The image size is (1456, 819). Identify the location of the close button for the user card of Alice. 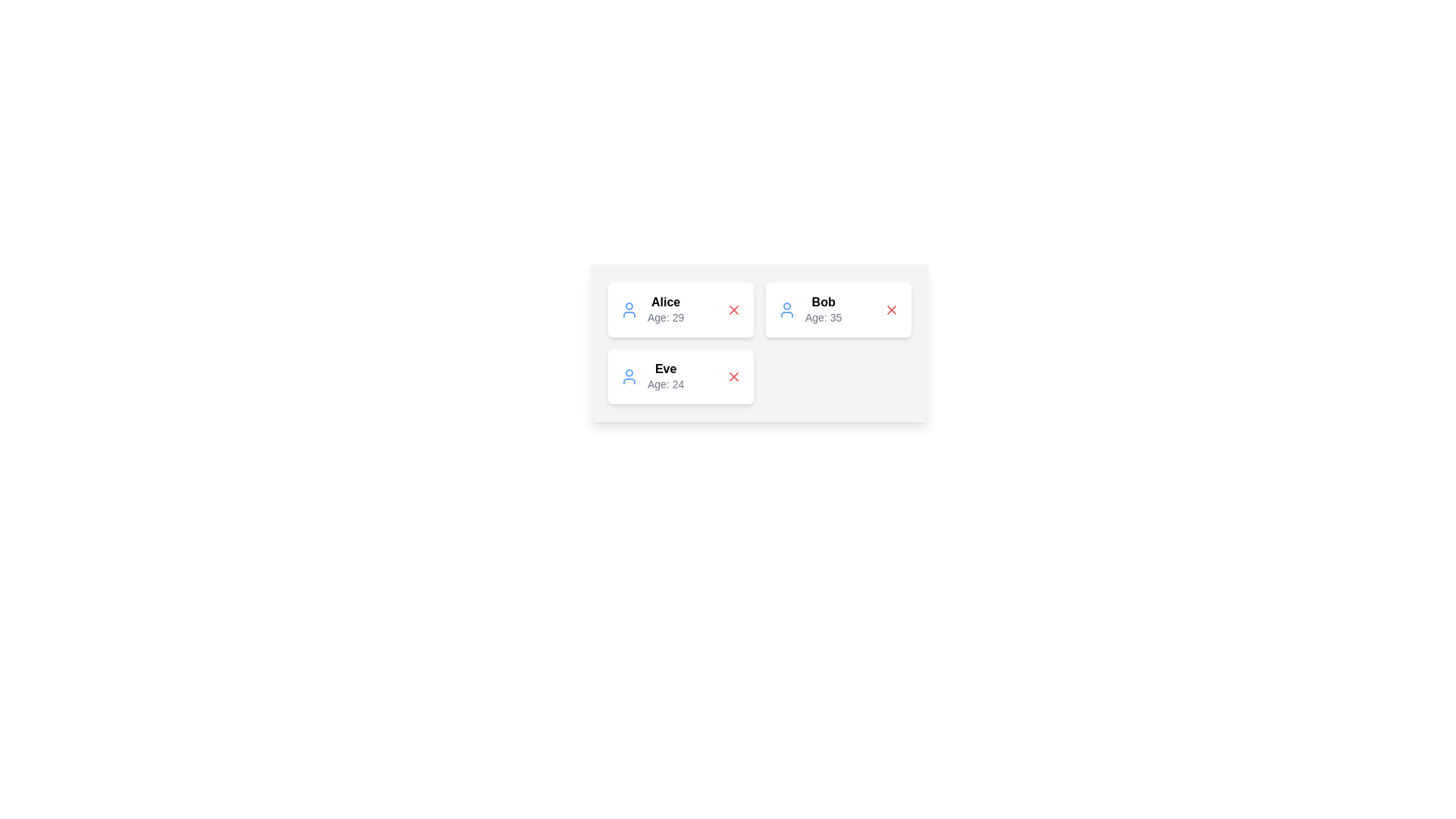
(734, 309).